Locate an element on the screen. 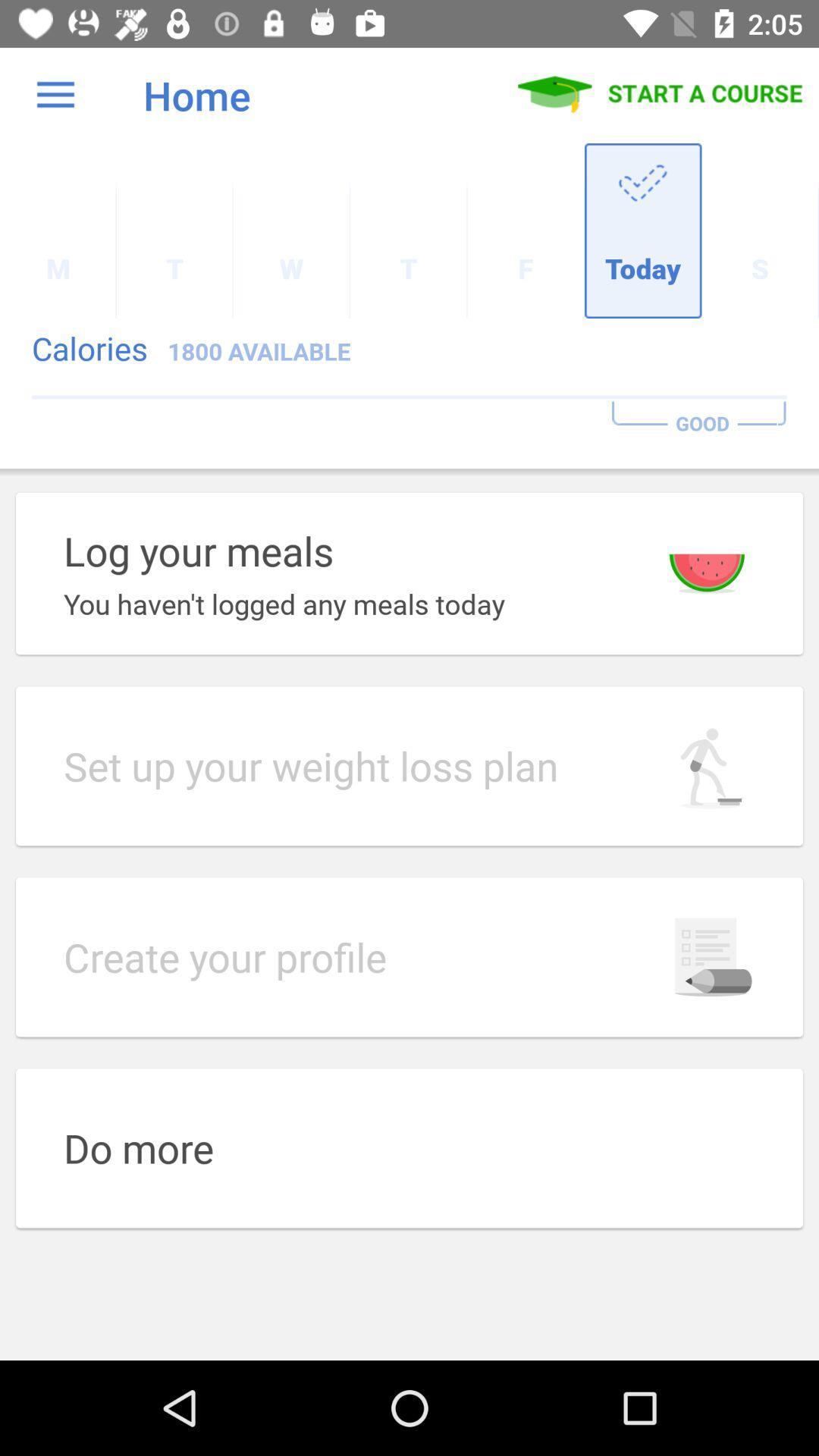 This screenshot has width=819, height=1456. the item above the m is located at coordinates (55, 94).